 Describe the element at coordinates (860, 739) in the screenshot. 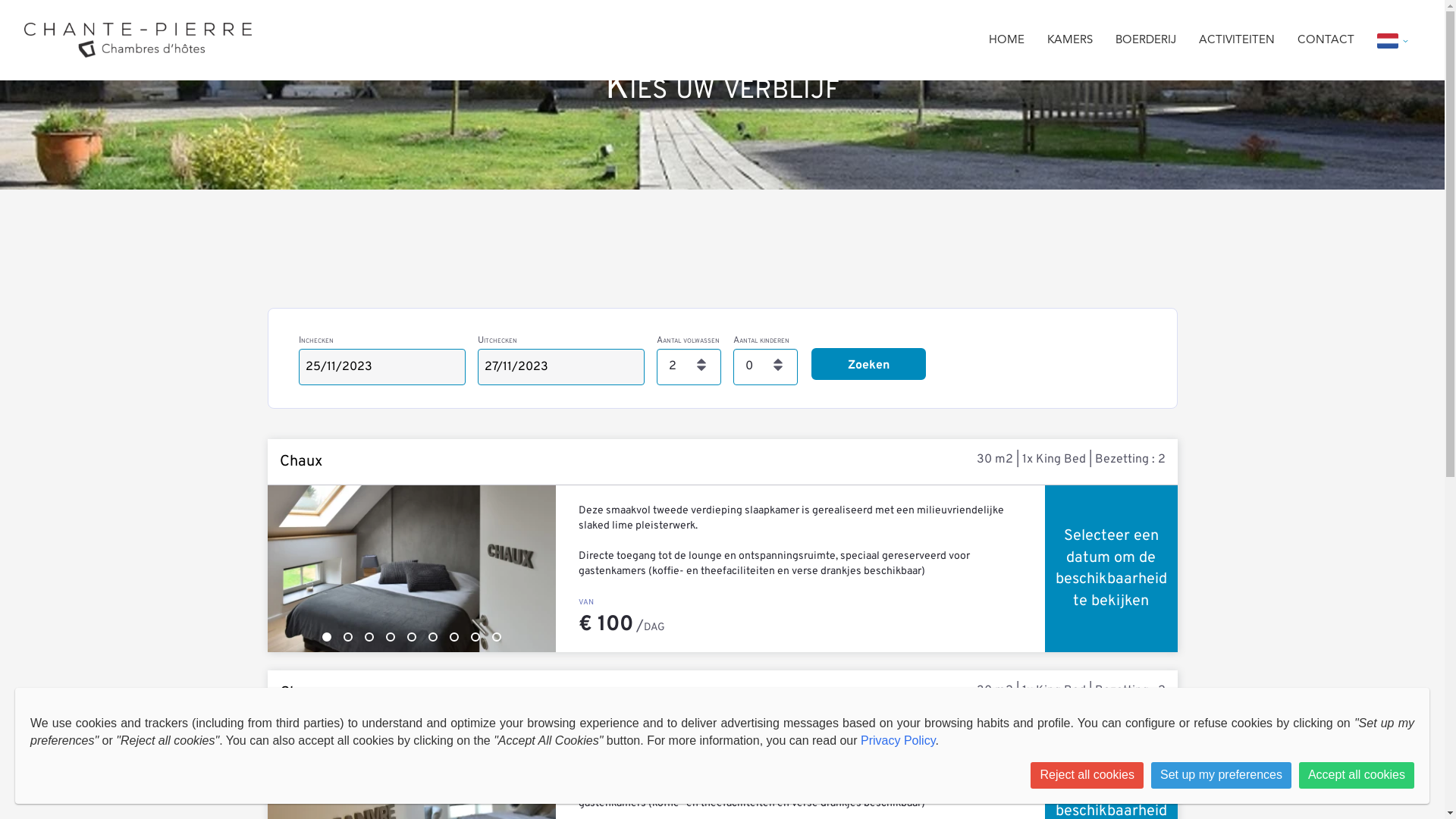

I see `'Privacy Policy'` at that location.